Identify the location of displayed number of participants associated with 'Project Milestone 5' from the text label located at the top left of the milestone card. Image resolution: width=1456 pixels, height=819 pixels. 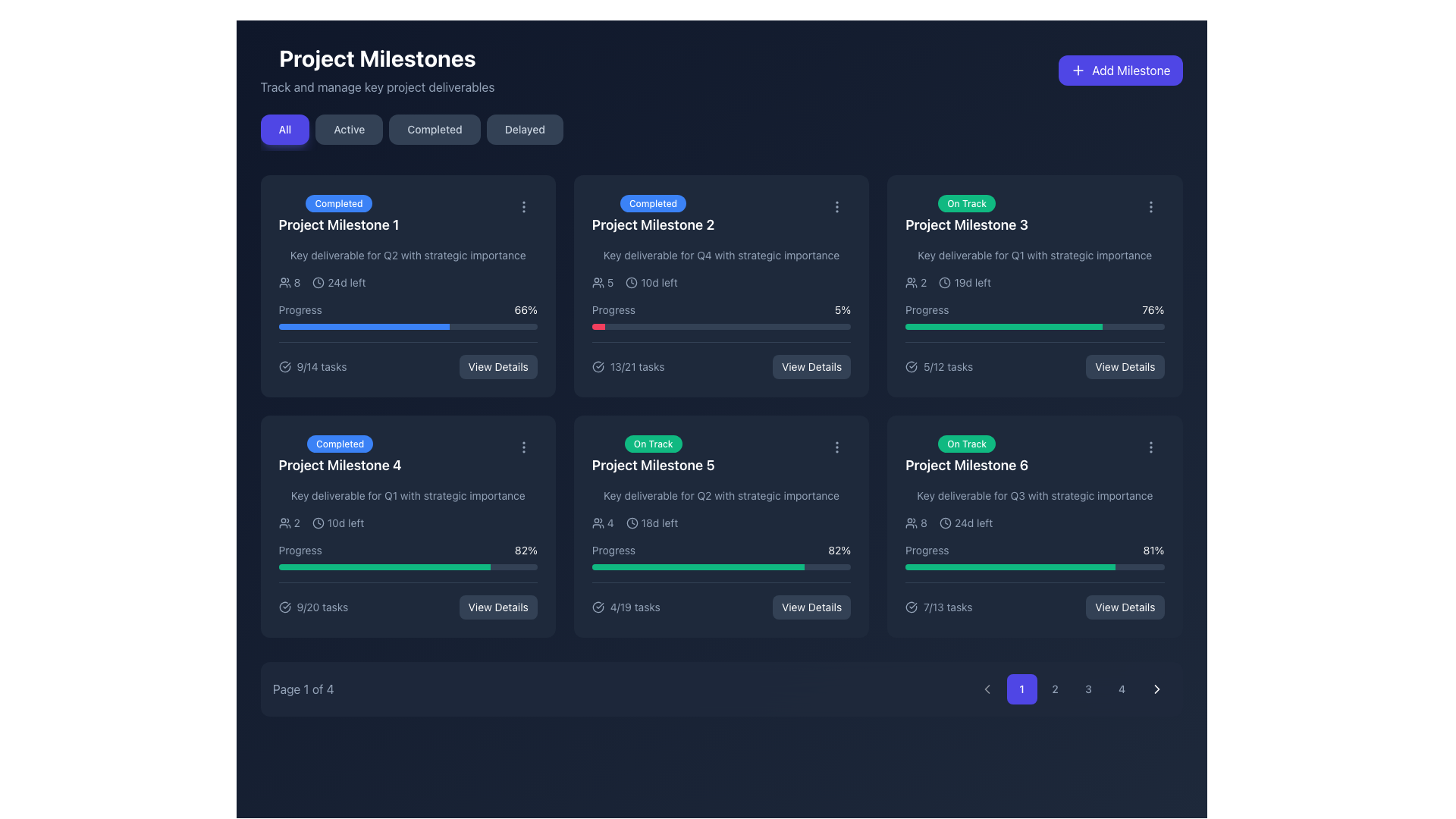
(602, 522).